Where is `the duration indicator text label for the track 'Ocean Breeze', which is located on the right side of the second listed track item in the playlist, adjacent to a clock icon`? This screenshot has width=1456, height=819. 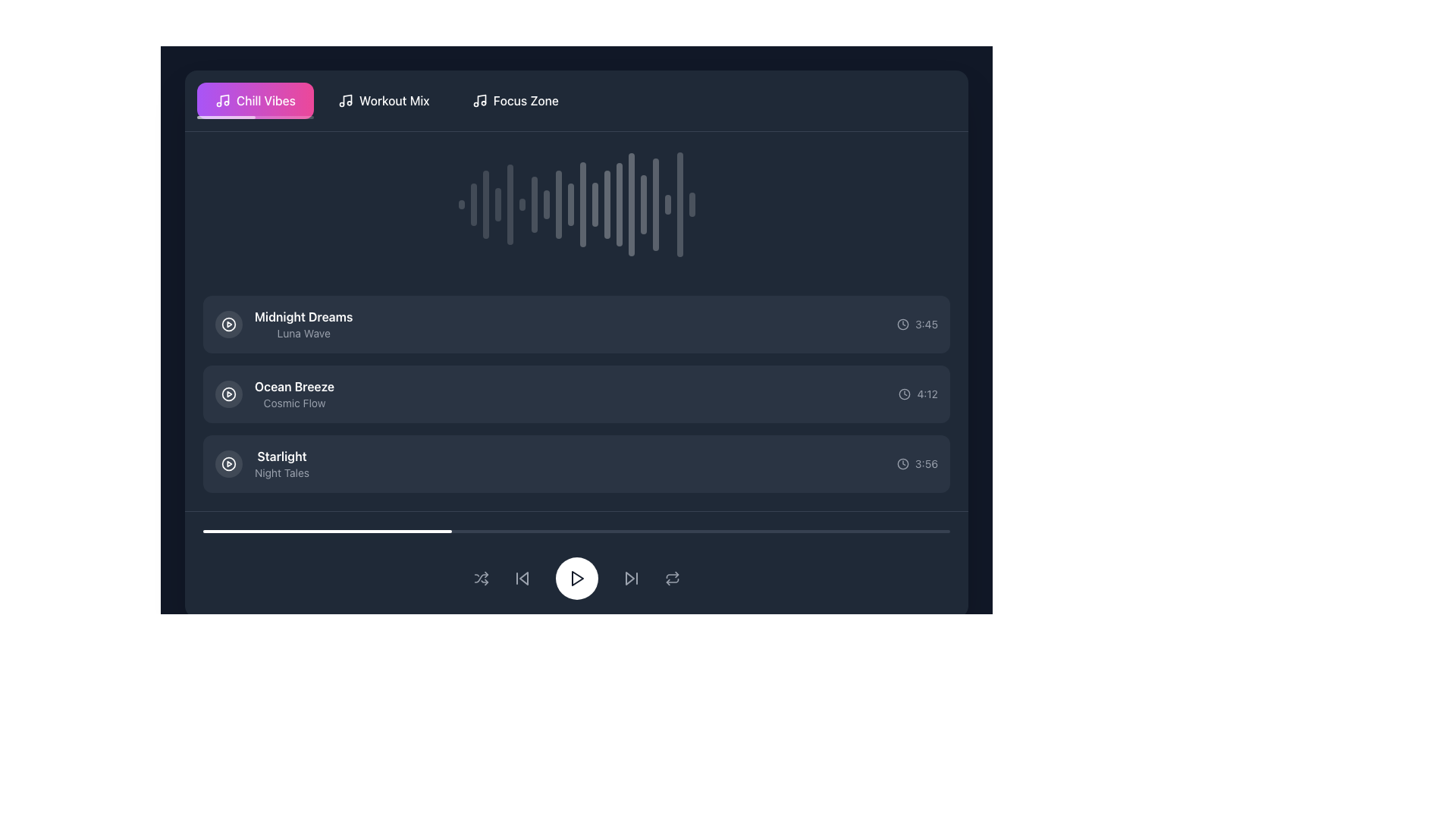 the duration indicator text label for the track 'Ocean Breeze', which is located on the right side of the second listed track item in the playlist, adjacent to a clock icon is located at coordinates (927, 394).